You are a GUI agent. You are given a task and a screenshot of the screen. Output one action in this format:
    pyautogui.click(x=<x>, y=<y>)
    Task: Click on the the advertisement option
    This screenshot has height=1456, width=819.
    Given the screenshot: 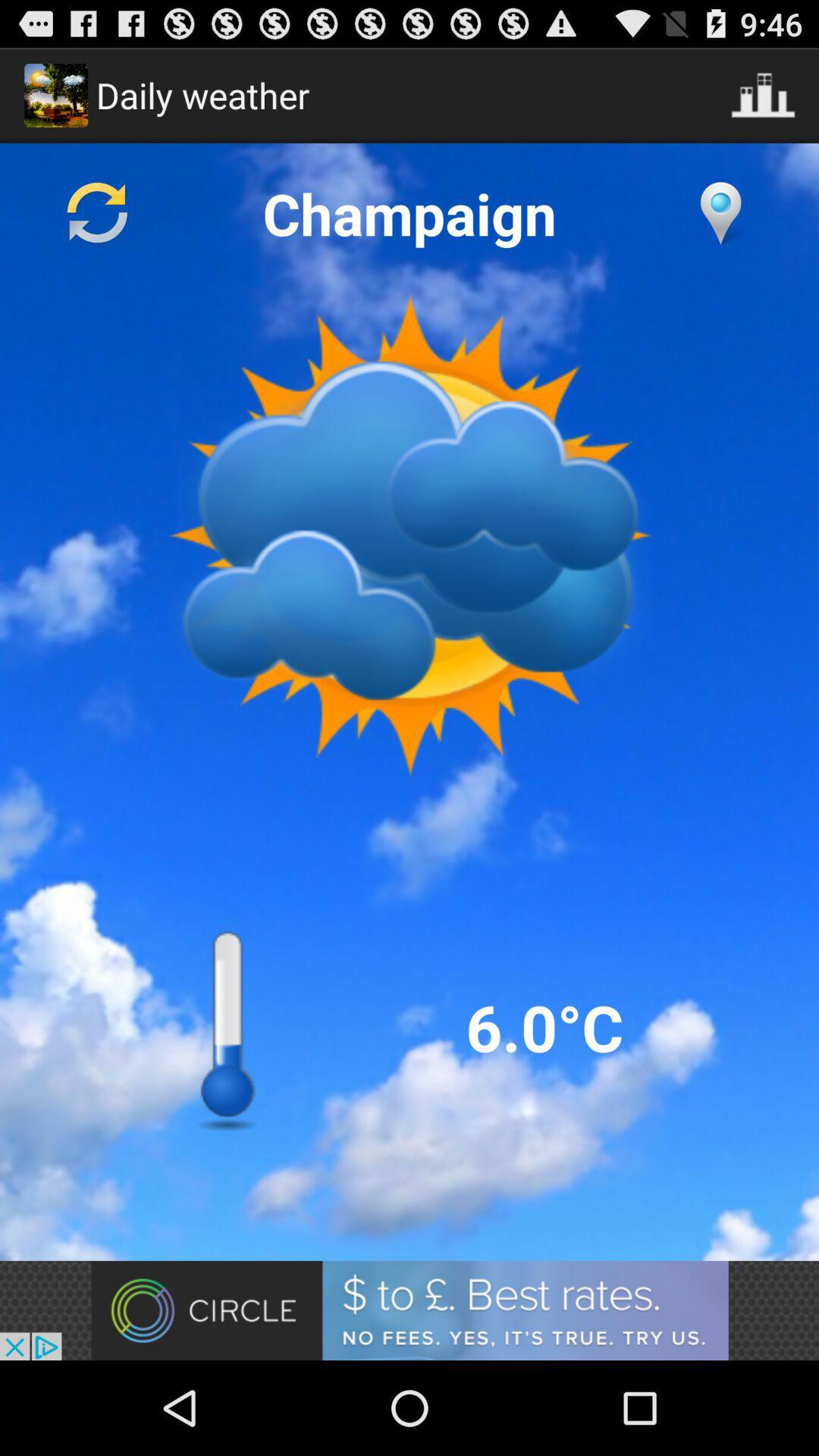 What is the action you would take?
    pyautogui.click(x=409, y=1310)
    